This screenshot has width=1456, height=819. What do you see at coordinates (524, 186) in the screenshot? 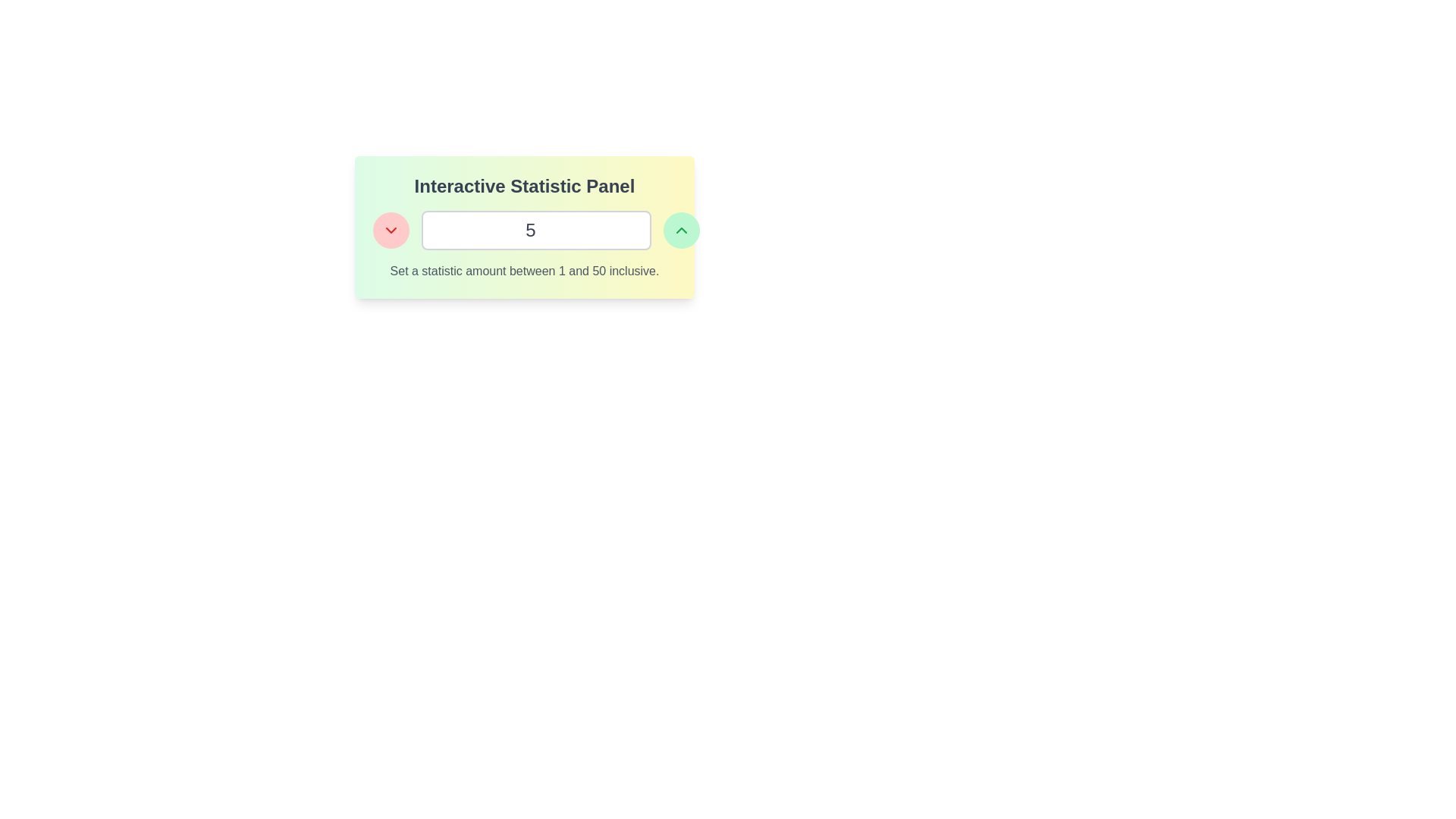
I see `text from the Header or Title Label located at the top of the statistical input panel, which provides context about the panel's purpose` at bounding box center [524, 186].